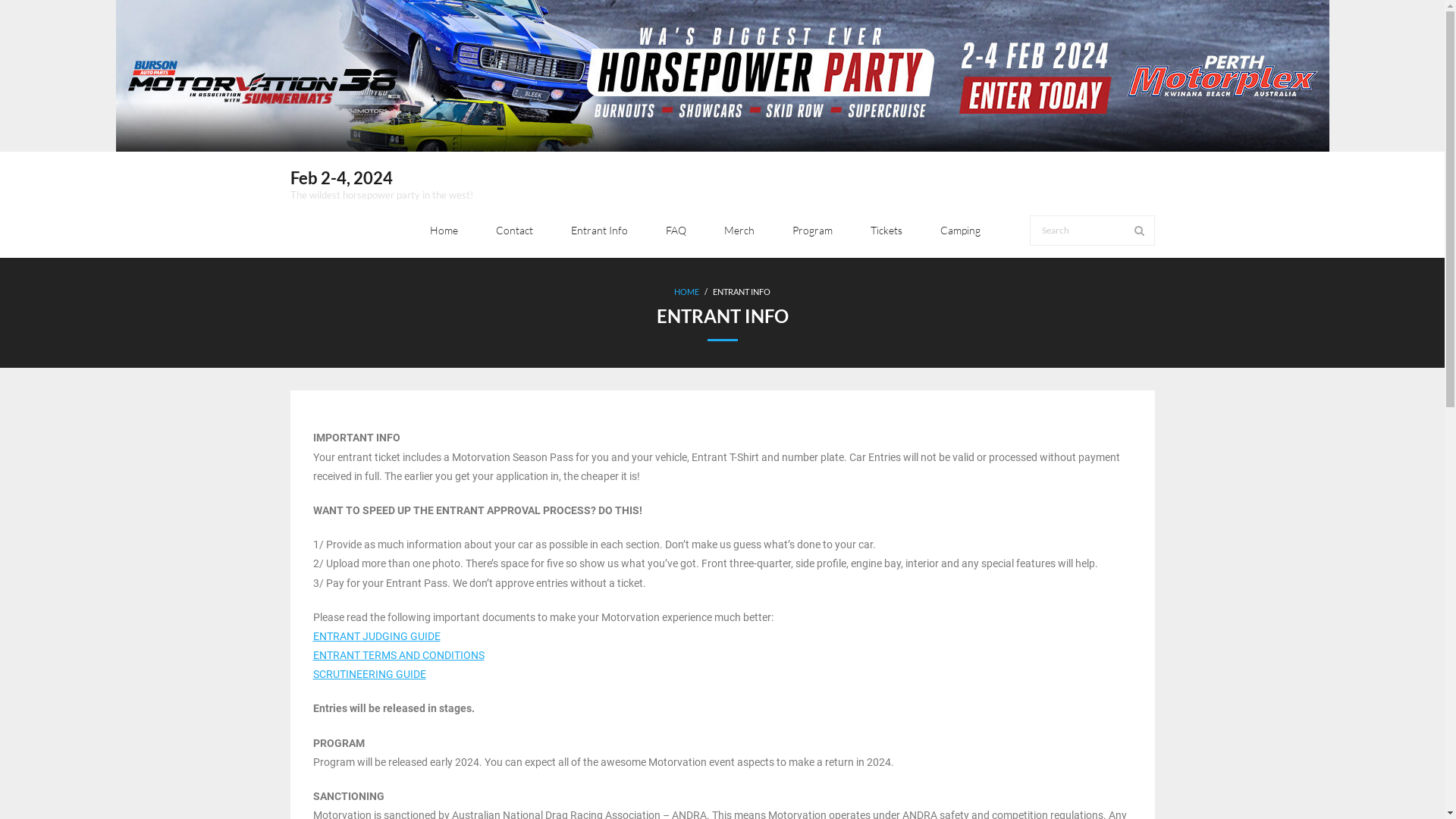 This screenshot has width=1456, height=819. What do you see at coordinates (375, 636) in the screenshot?
I see `'ENTRANT JUDGING GUIDE'` at bounding box center [375, 636].